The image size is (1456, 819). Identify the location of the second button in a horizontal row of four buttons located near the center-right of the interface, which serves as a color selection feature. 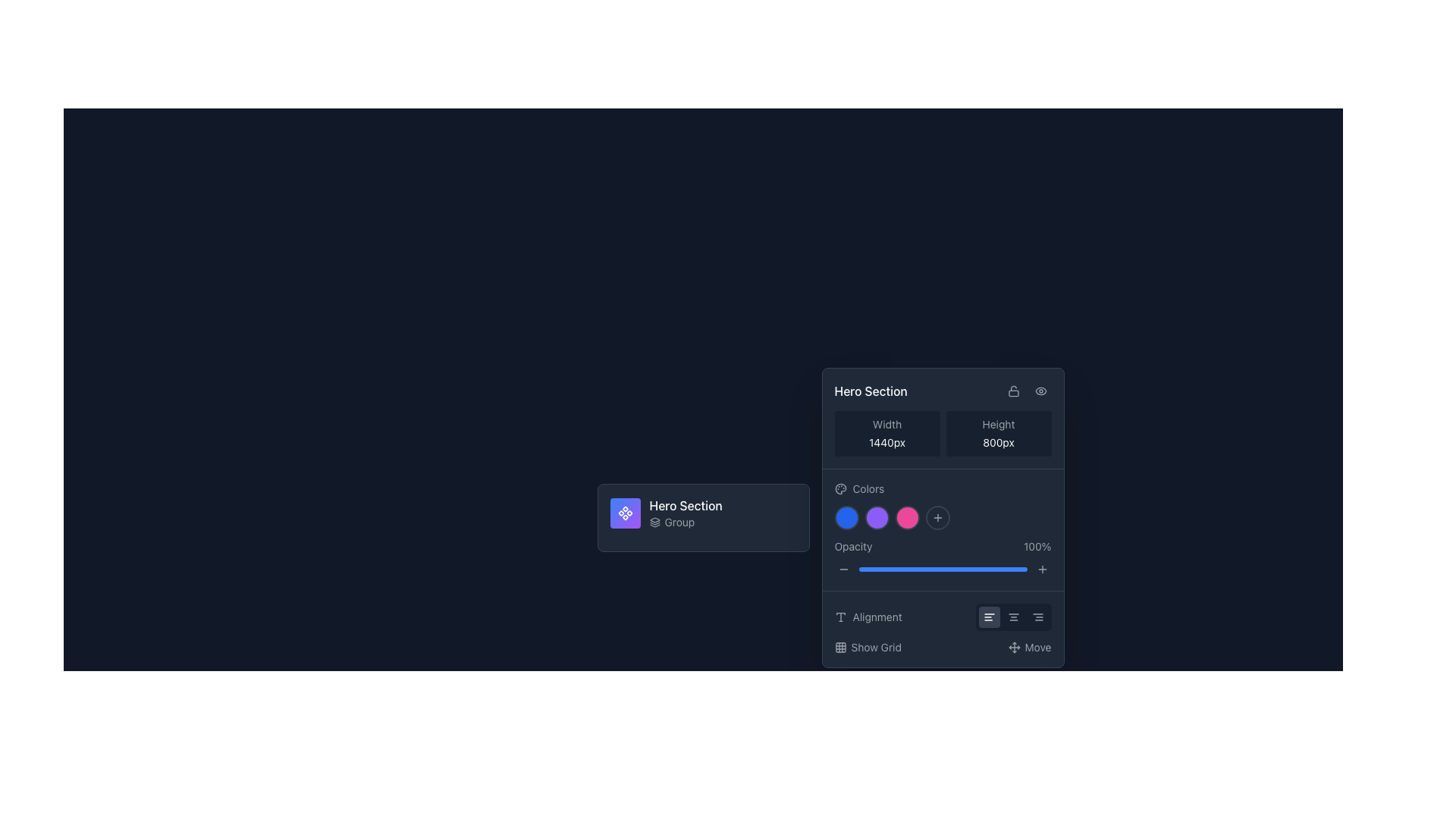
(877, 516).